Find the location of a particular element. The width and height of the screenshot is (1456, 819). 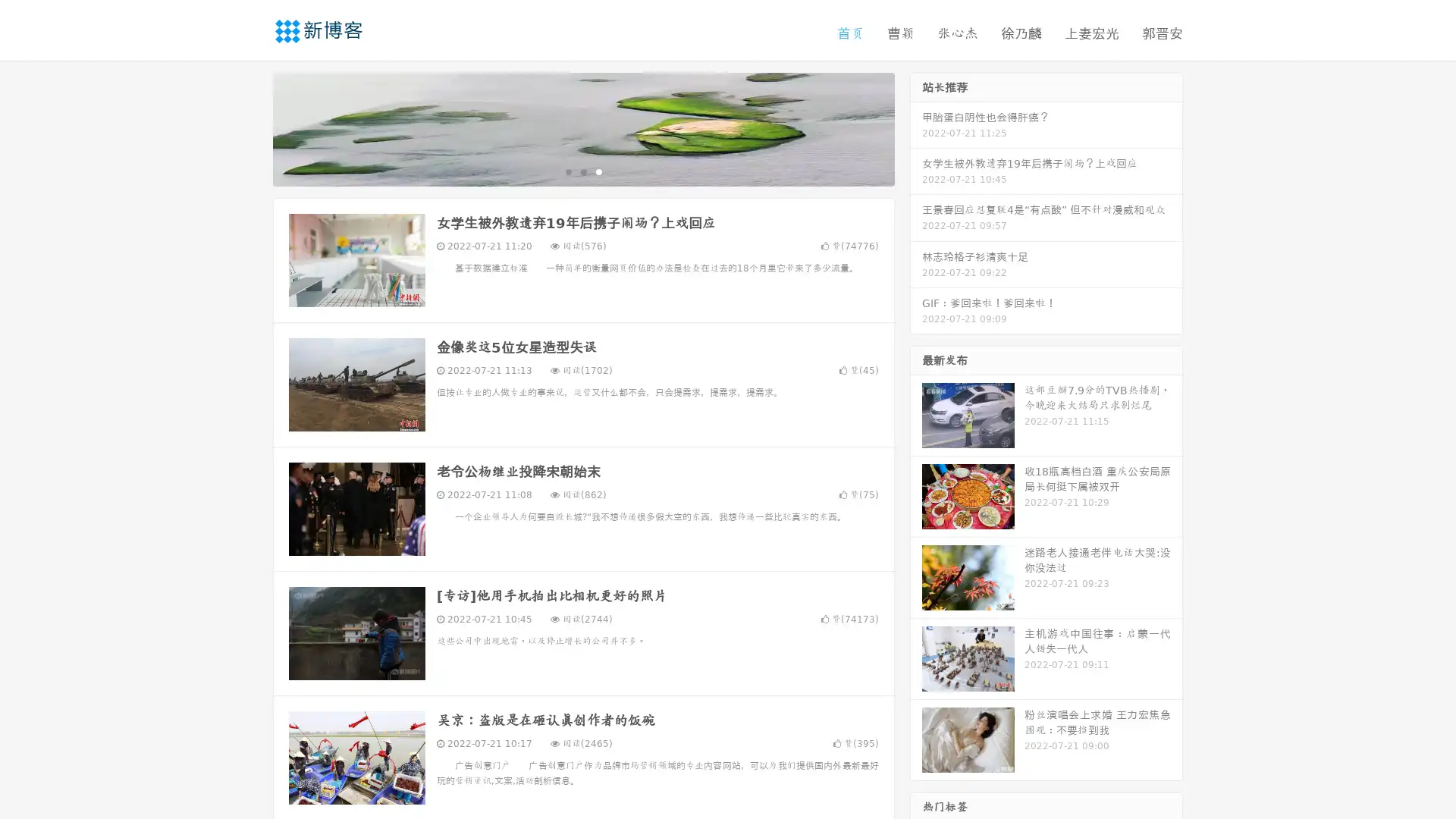

Go to slide 1 is located at coordinates (567, 171).